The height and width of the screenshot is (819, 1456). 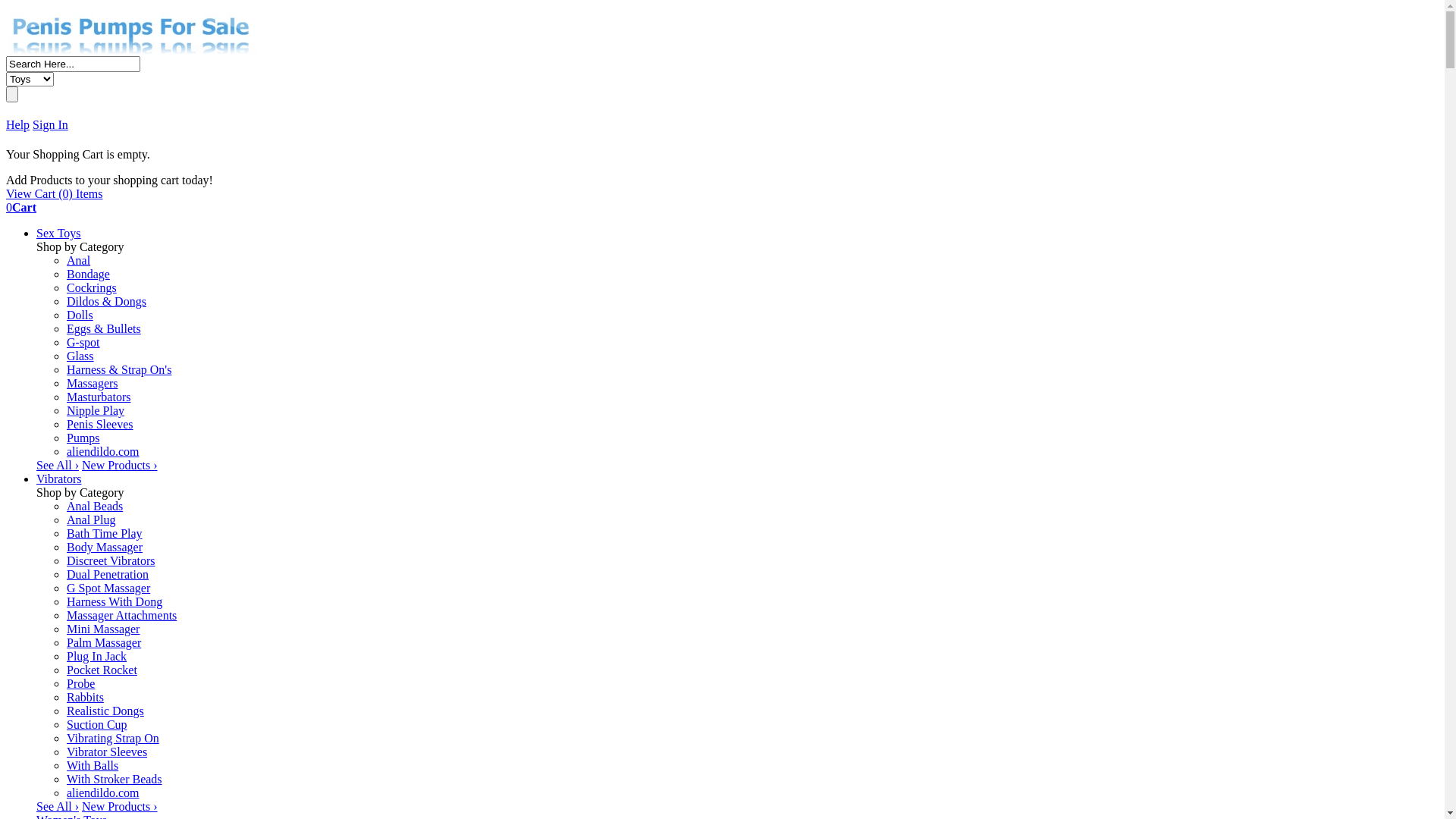 I want to click on 'Vibrator Sleeves', so click(x=65, y=752).